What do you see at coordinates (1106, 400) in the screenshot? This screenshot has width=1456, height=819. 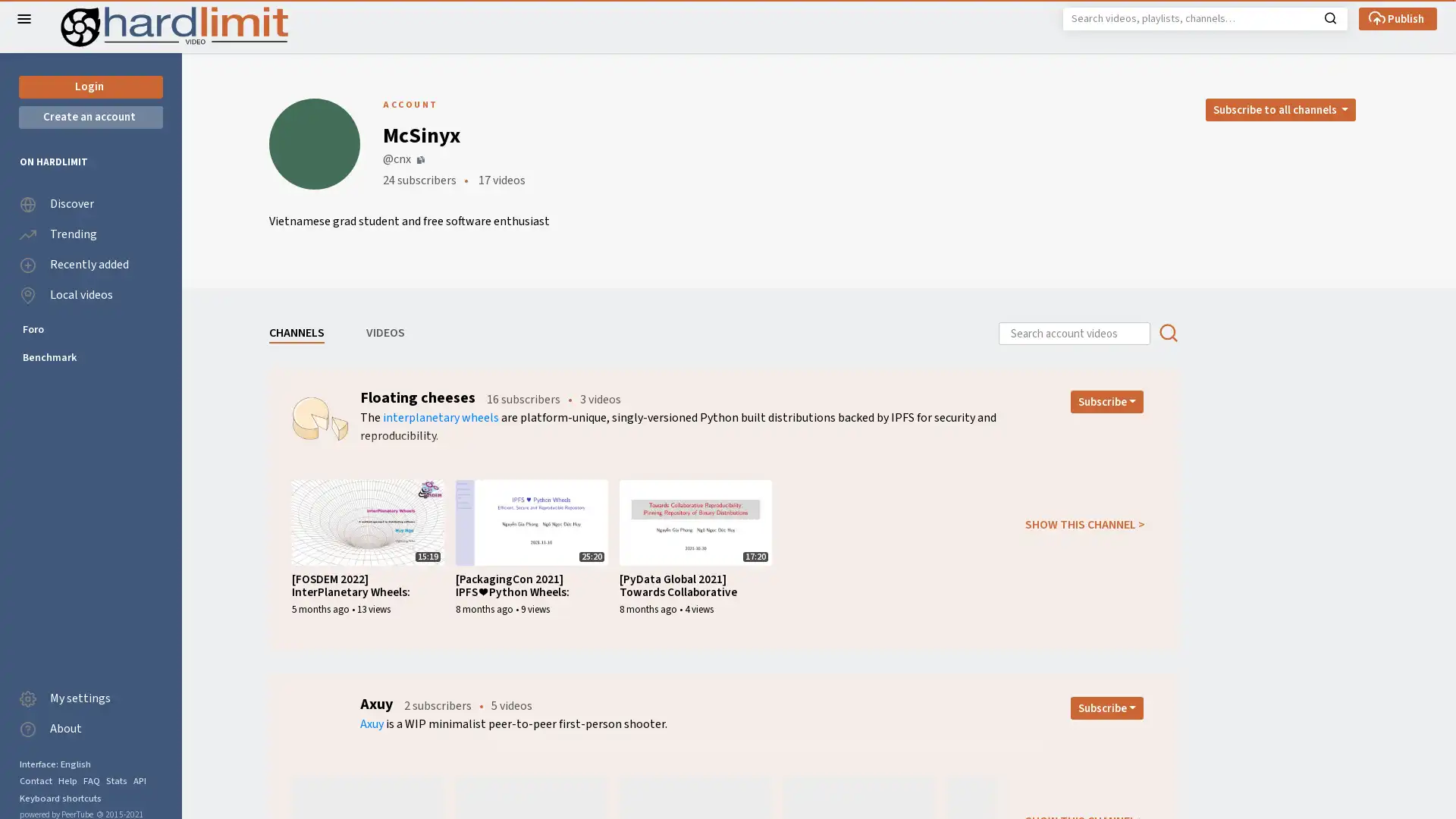 I see `Open subscription dropdown` at bounding box center [1106, 400].